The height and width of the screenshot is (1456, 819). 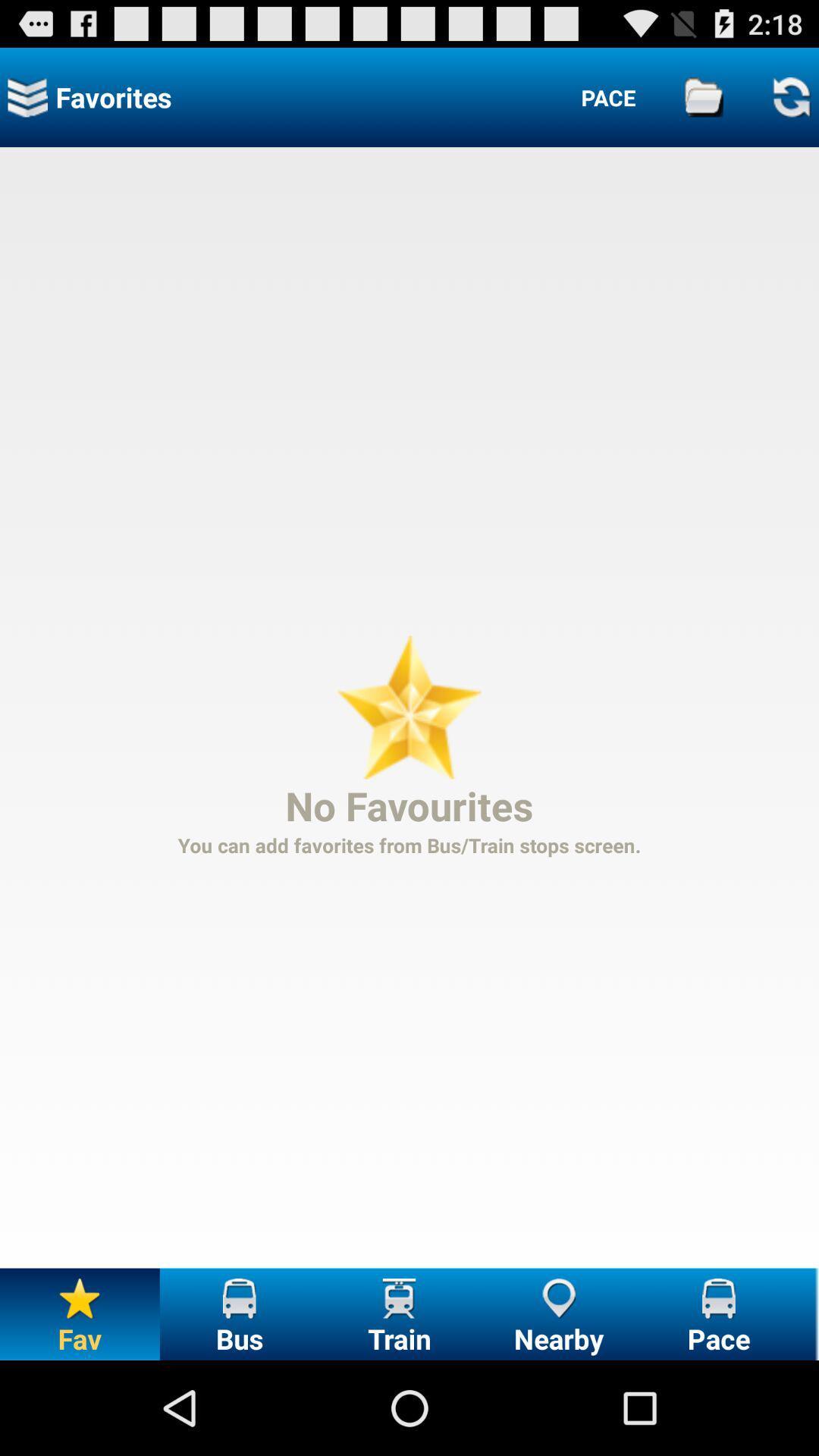 I want to click on the folder icon, so click(x=703, y=103).